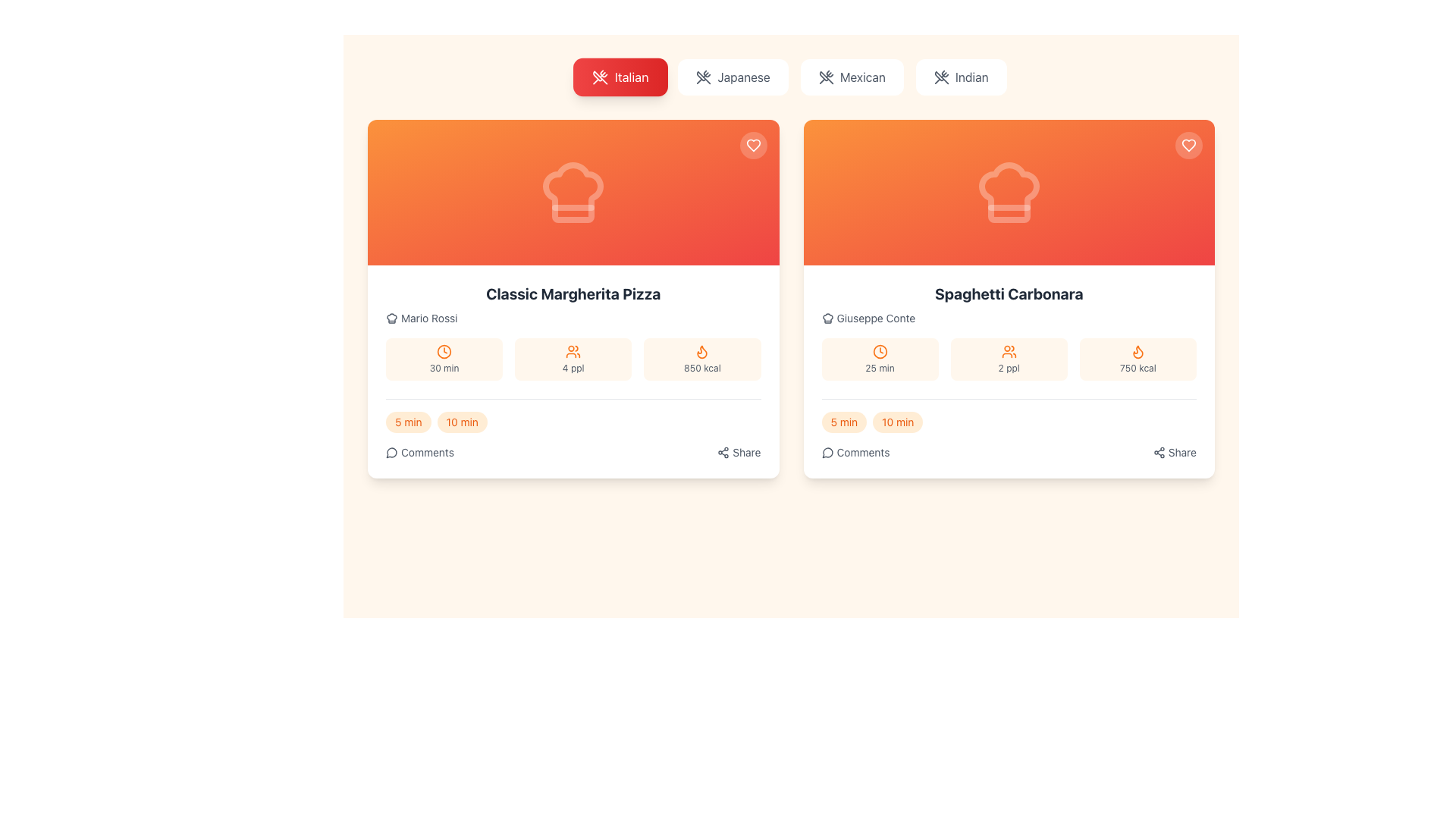  I want to click on the circular graphical component that is the outer circle of the clock icon on the 'Classic Margherita Pizza' card, which is outlined in orange and represents the estimated preparation time, so click(444, 351).